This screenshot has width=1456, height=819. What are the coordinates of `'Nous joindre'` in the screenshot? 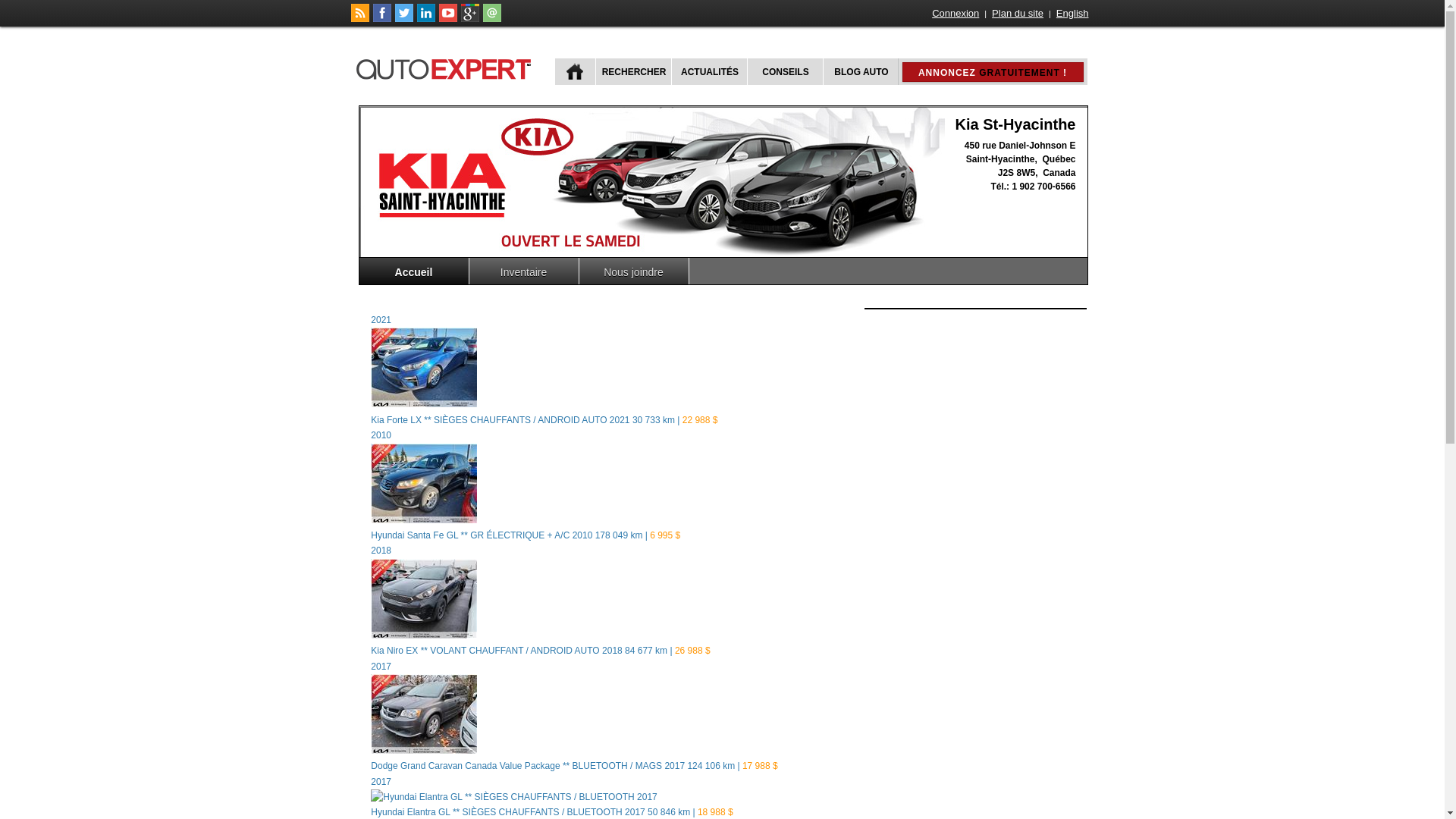 It's located at (634, 270).